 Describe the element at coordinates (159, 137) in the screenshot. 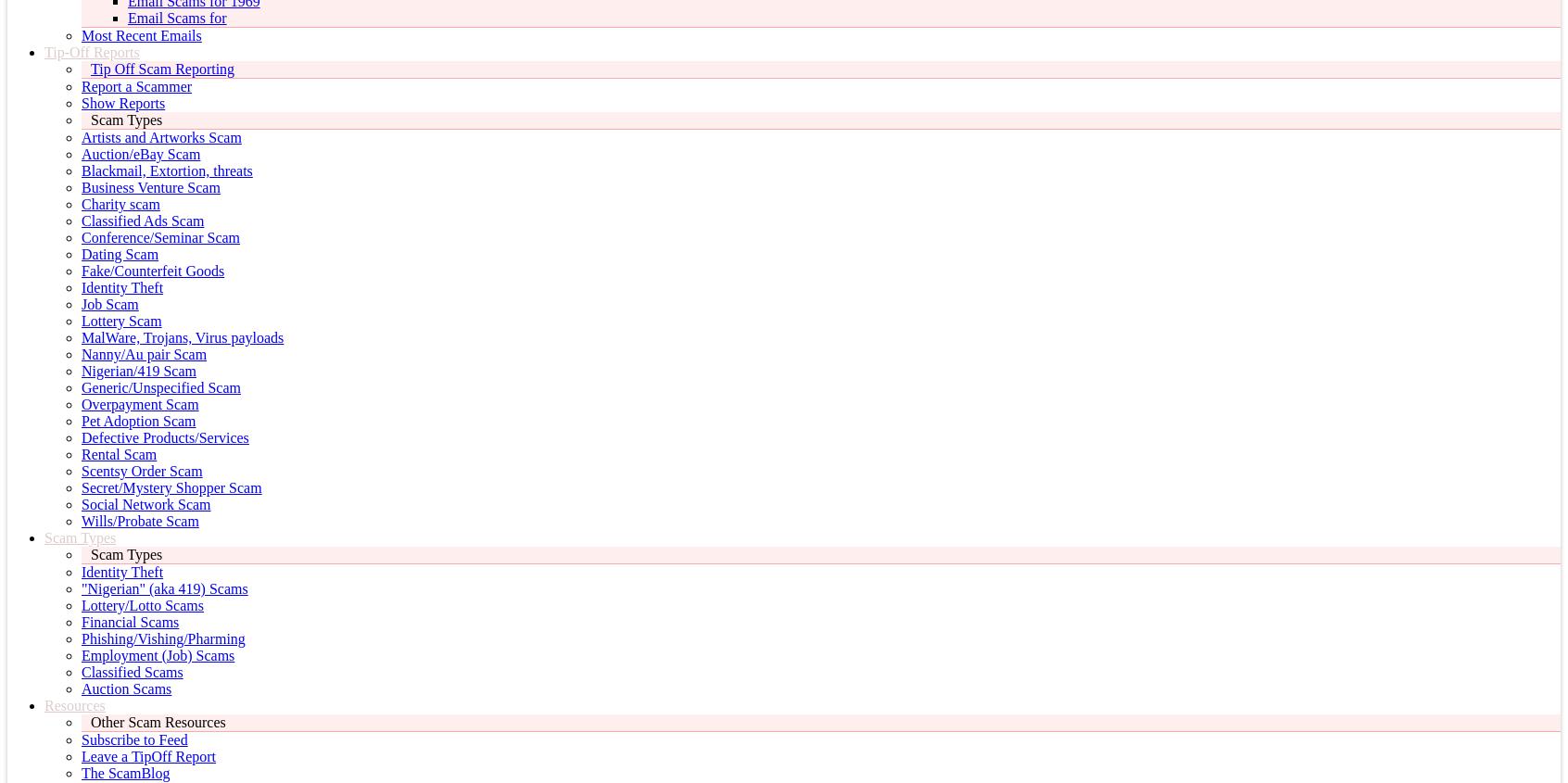

I see `'Artists and Artworks Scam'` at that location.